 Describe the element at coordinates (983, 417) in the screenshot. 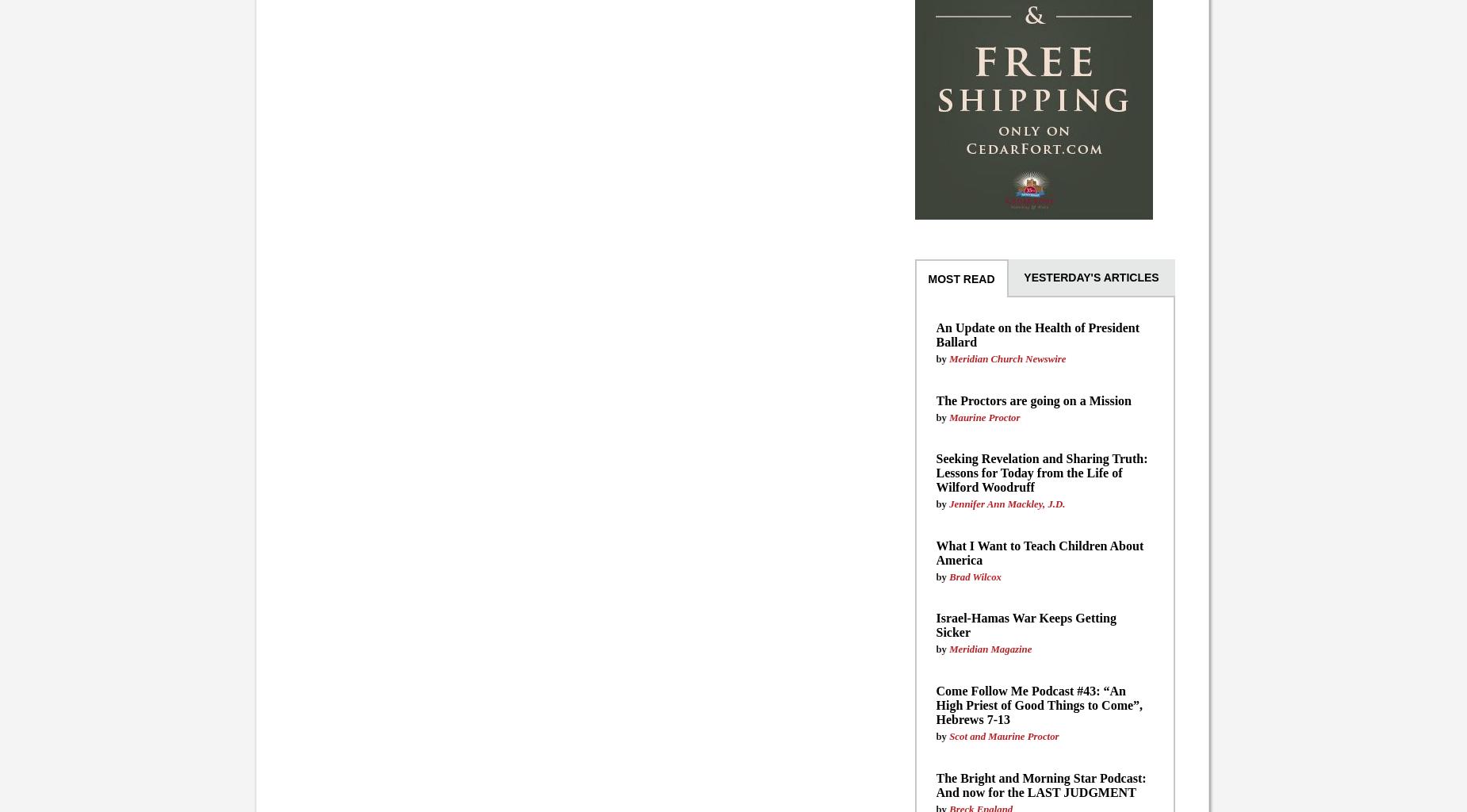

I see `'Maurine Proctor'` at that location.